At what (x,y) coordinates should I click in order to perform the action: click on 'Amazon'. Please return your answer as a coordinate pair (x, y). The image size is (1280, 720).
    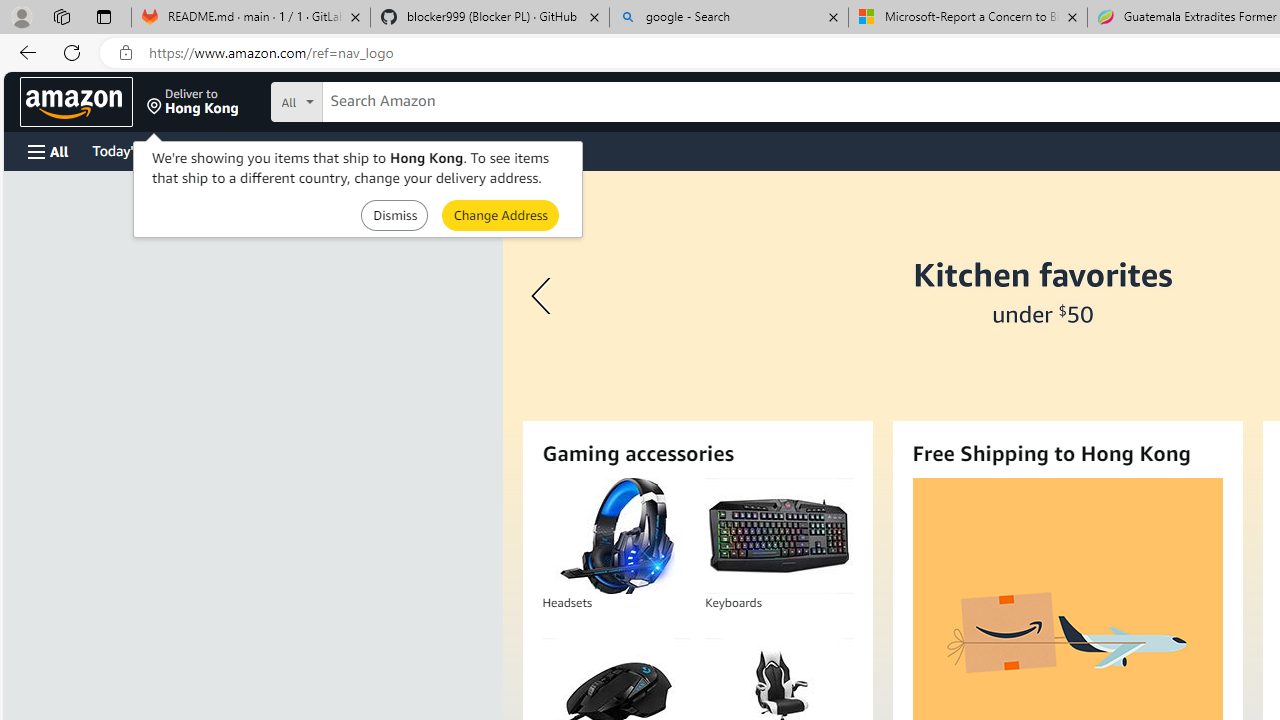
    Looking at the image, I should click on (76, 101).